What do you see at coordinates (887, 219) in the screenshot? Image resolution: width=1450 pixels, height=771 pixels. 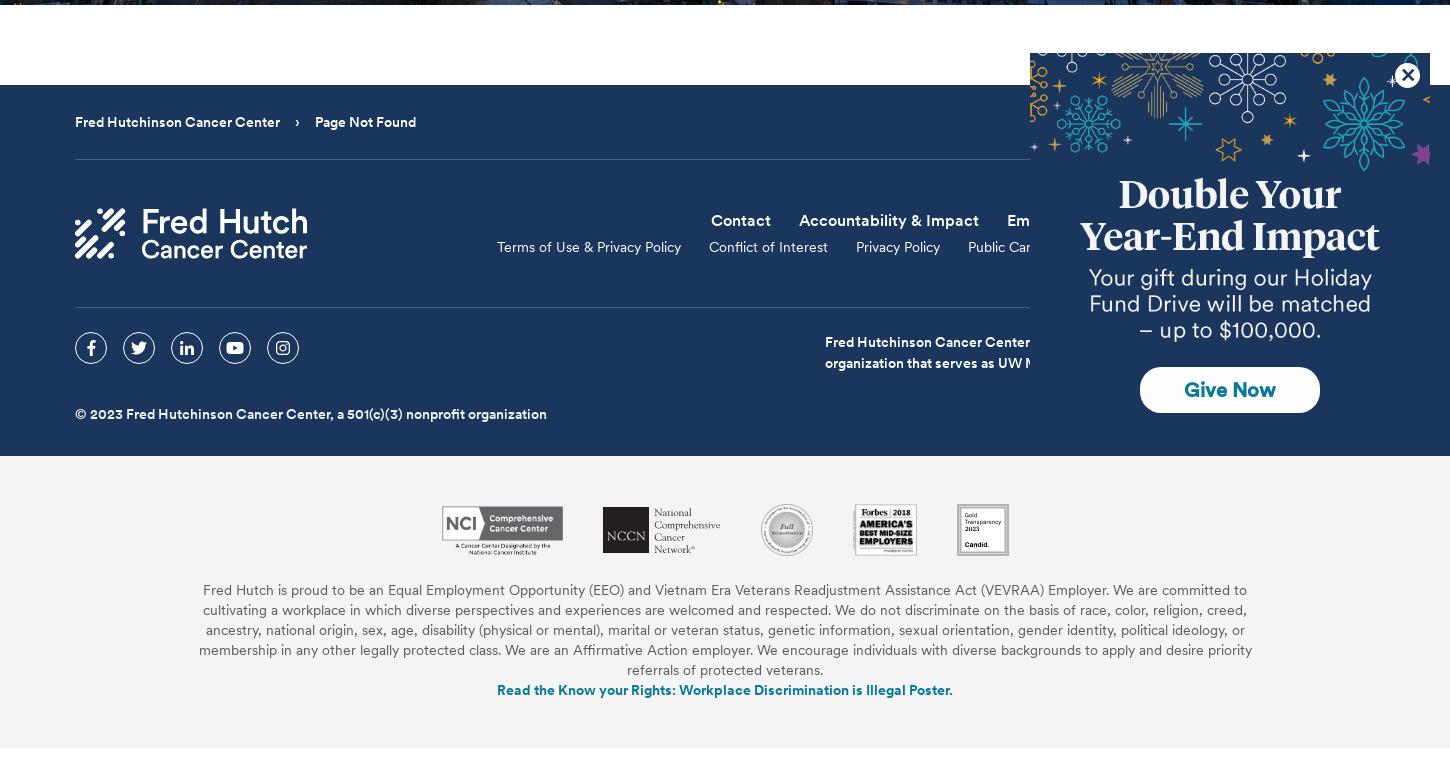 I see `'Accountability & Impact'` at bounding box center [887, 219].